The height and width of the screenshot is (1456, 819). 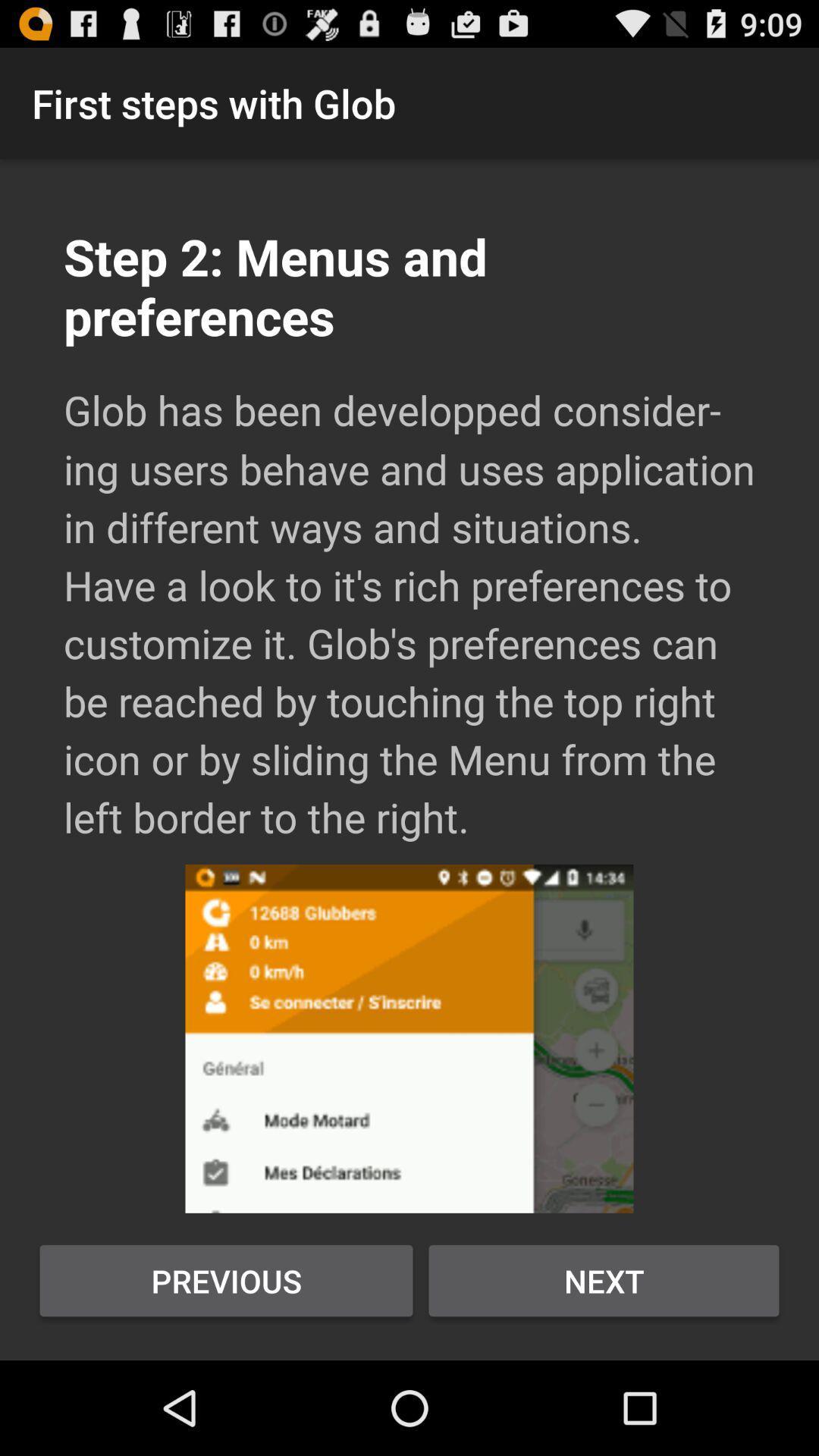 What do you see at coordinates (226, 1280) in the screenshot?
I see `icon to the left of the next item` at bounding box center [226, 1280].